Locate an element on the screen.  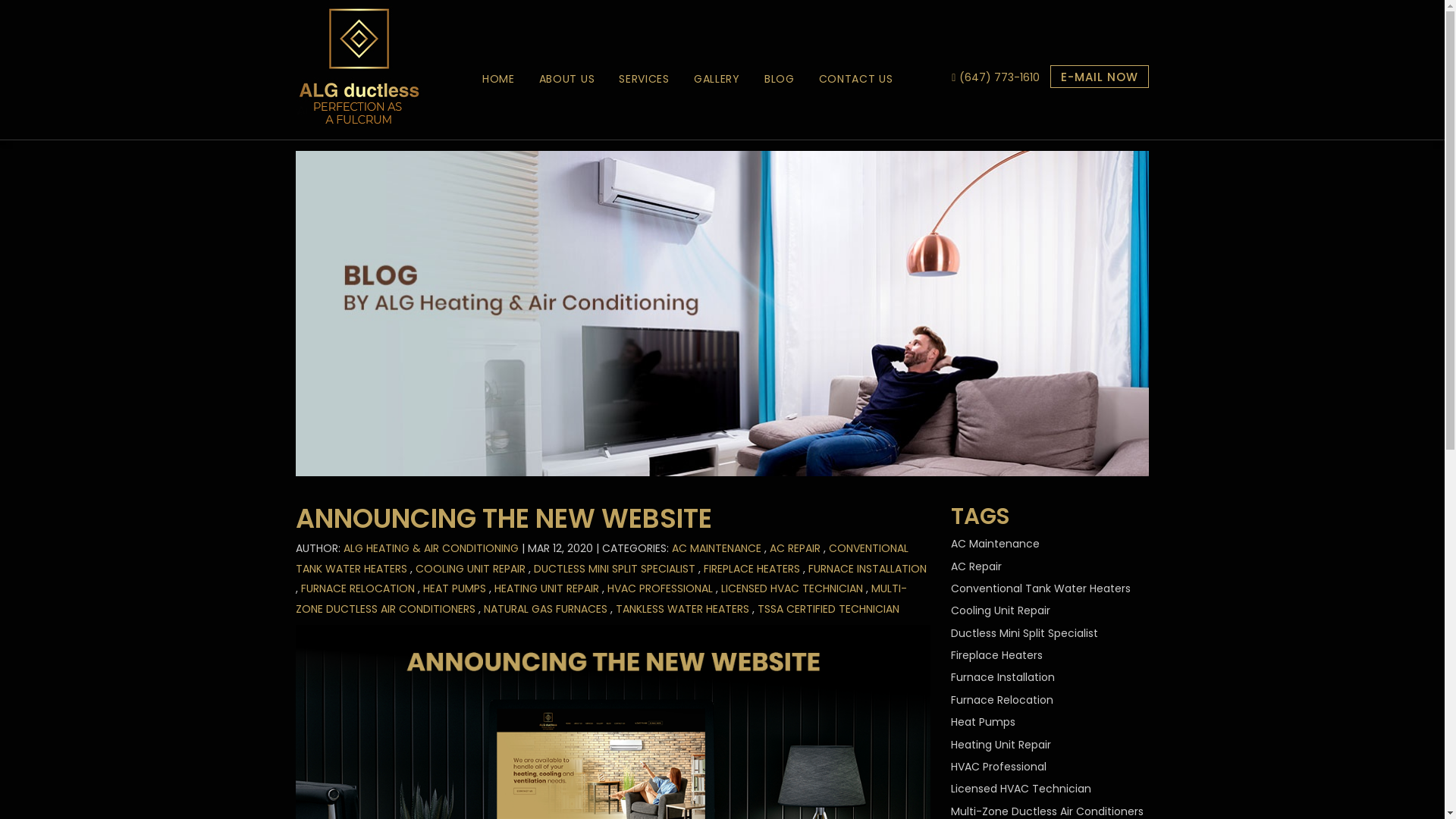
'CONTACT US' is located at coordinates (855, 79).